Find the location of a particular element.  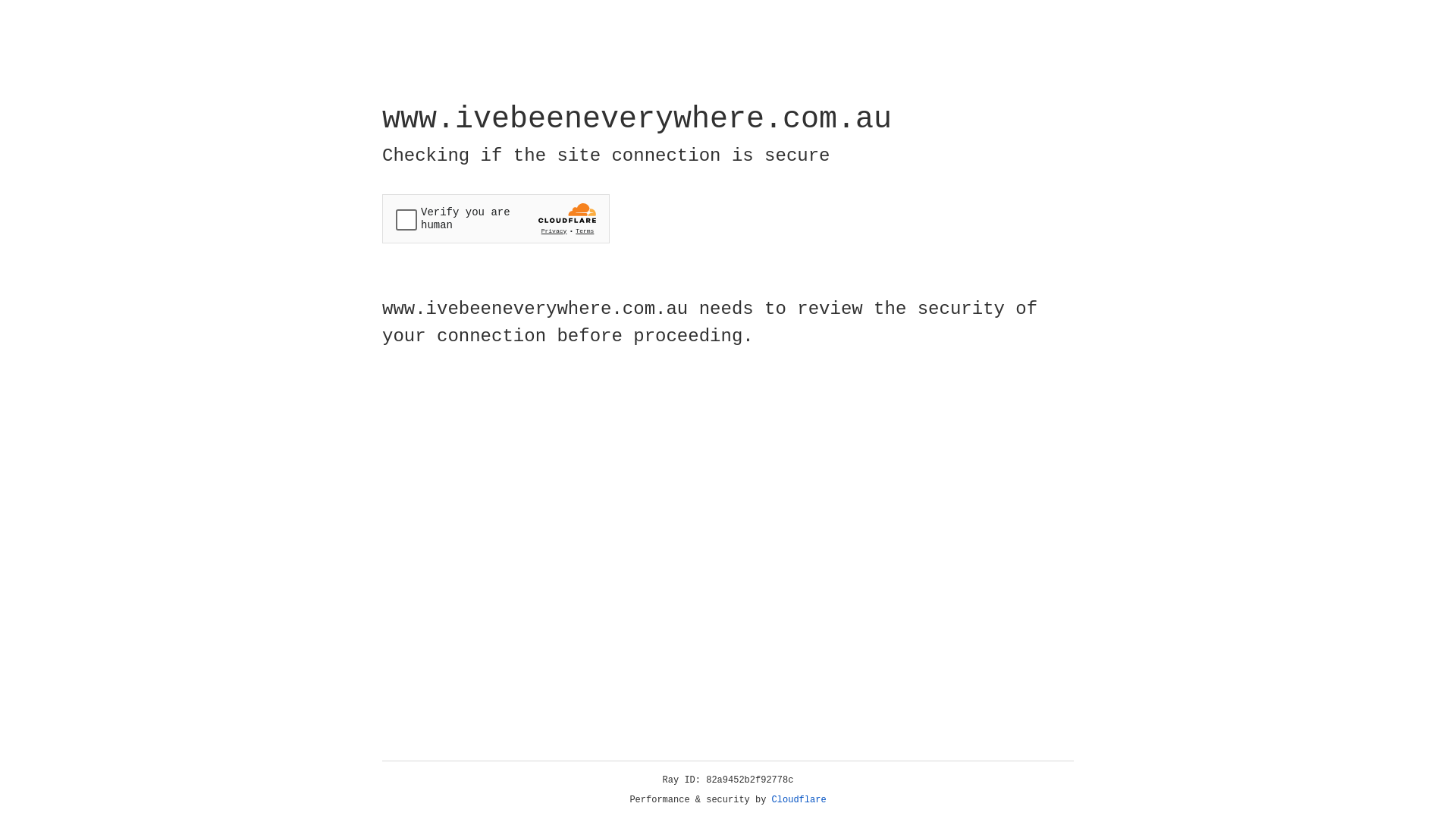

'Widget containing a Cloudflare security challenge' is located at coordinates (495, 218).